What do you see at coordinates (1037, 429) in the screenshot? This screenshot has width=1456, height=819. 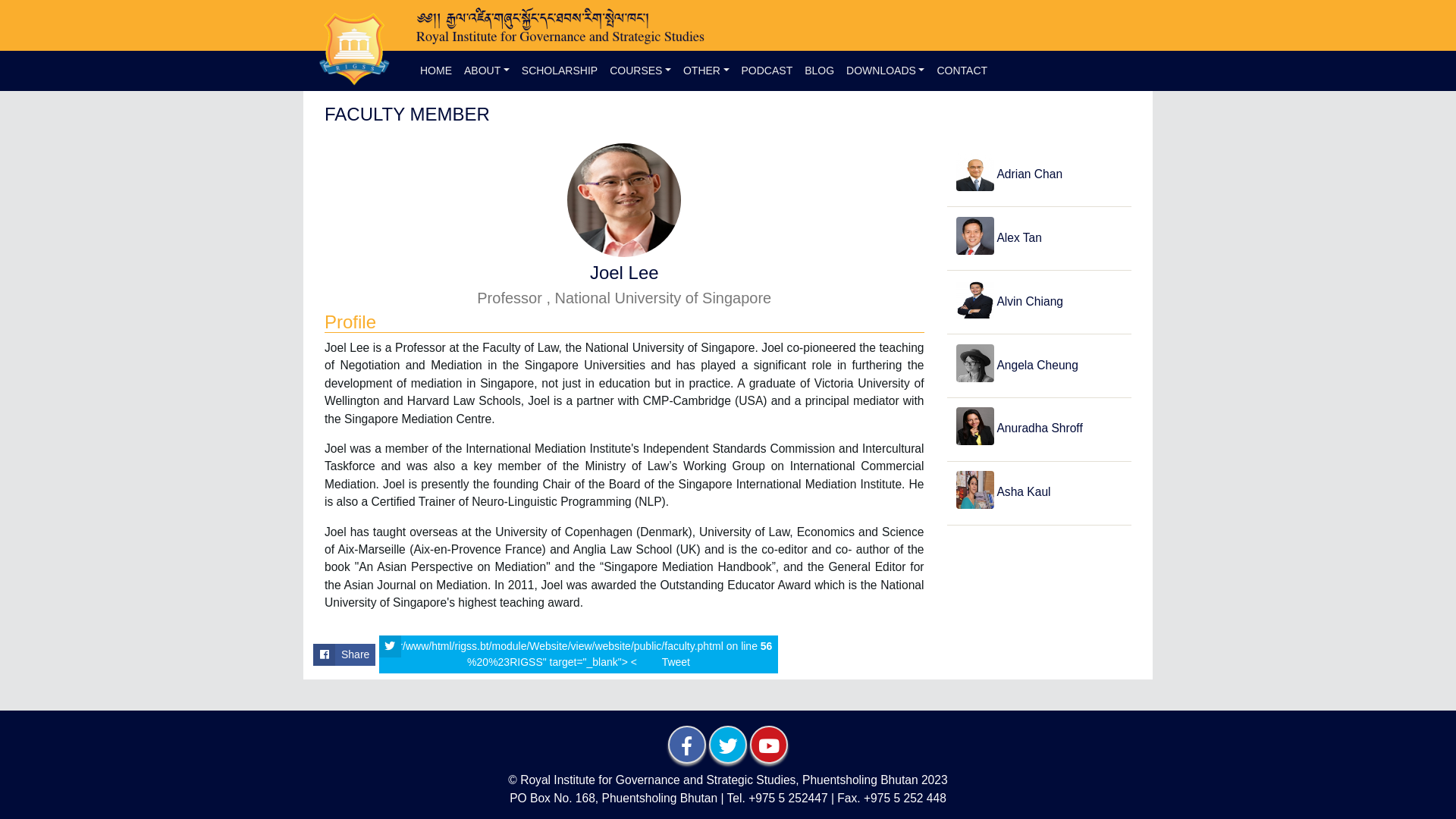 I see `'Anuradha Shroff'` at bounding box center [1037, 429].